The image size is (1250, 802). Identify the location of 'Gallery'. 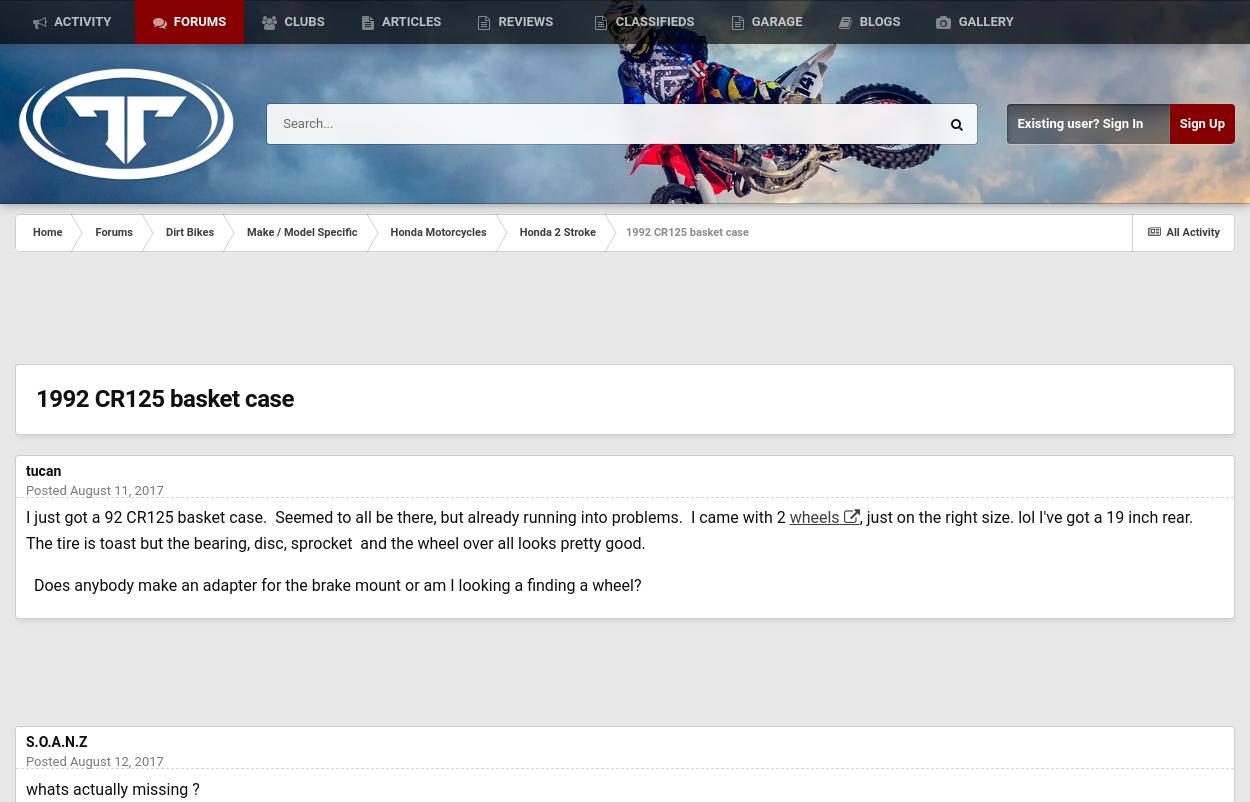
(983, 21).